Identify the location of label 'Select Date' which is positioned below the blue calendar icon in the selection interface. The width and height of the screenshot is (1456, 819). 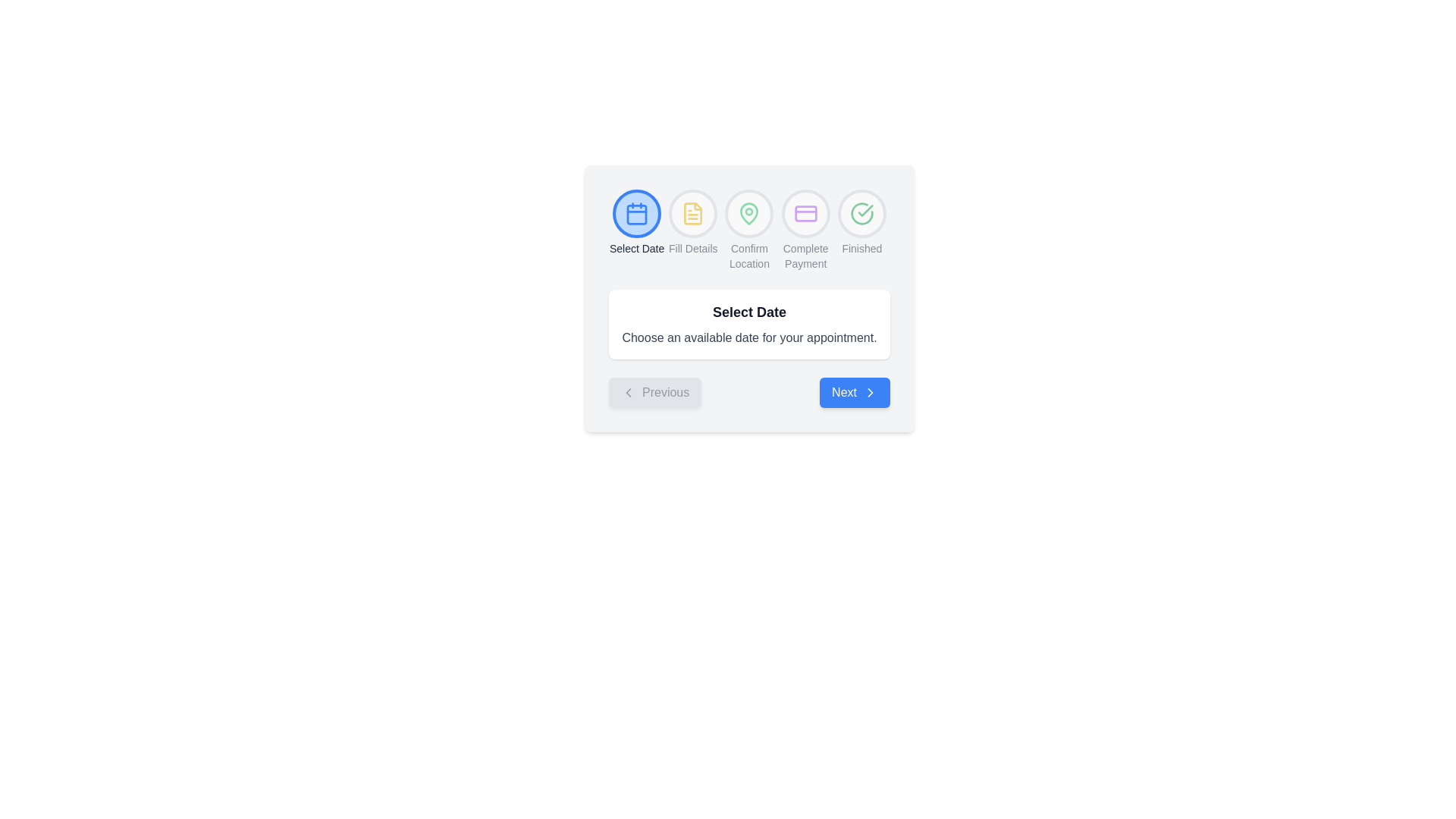
(637, 247).